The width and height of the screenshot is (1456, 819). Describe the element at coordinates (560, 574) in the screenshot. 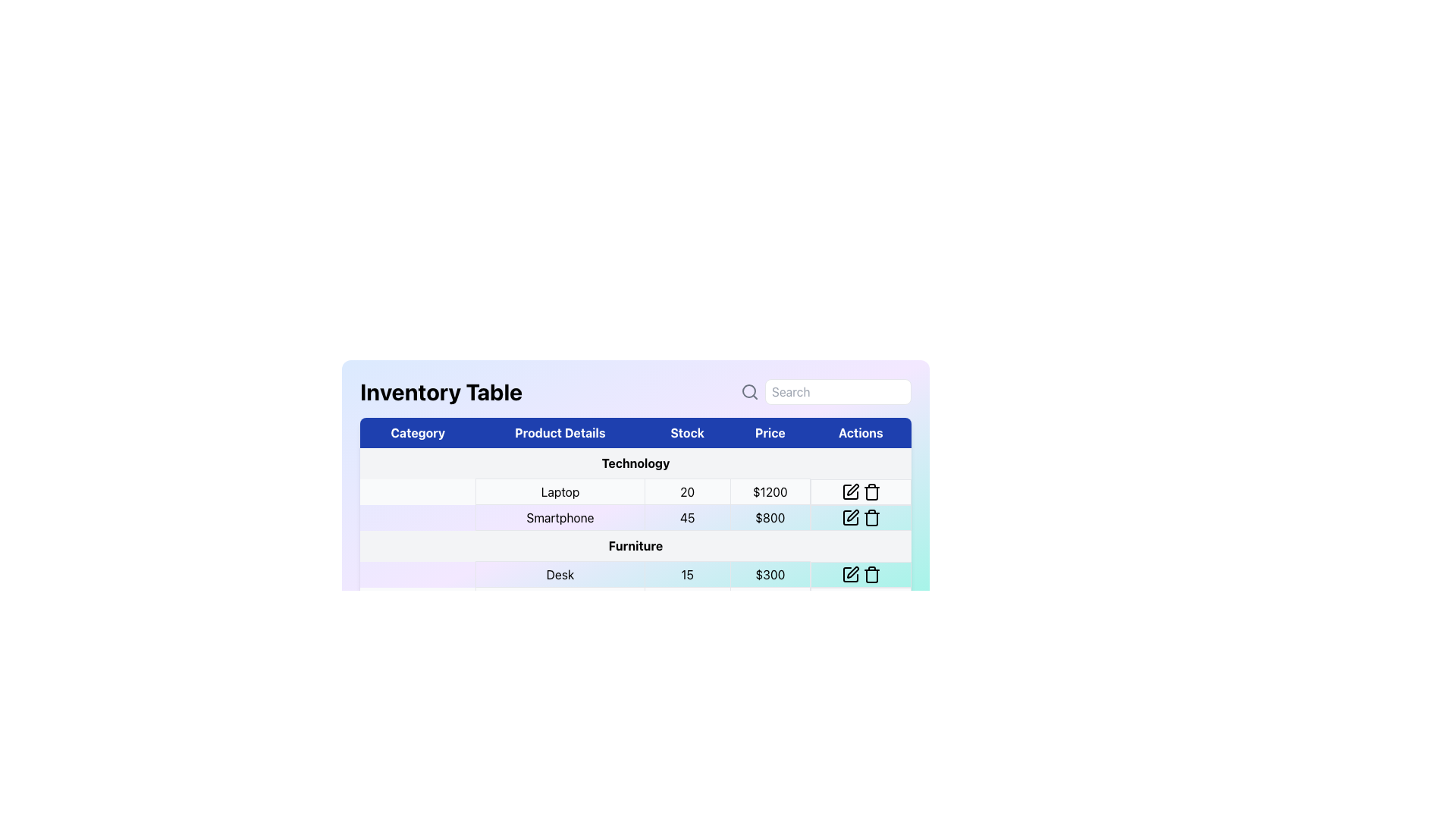

I see `text displayed in the 'Product Details' column for the product 'Desk', which is centrally aligned within its cell in the inventory table` at that location.